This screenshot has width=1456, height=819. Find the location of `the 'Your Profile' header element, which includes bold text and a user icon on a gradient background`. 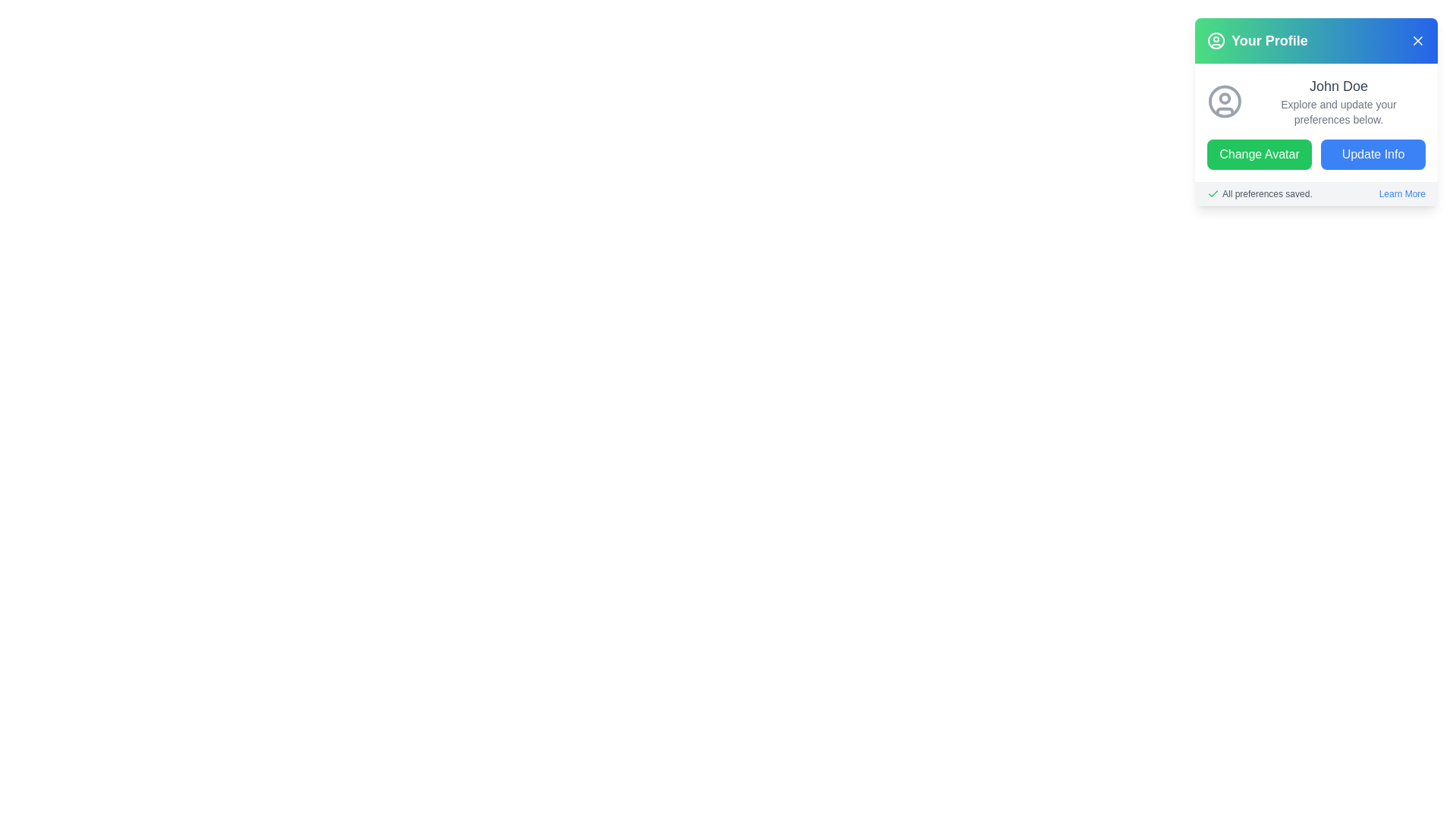

the 'Your Profile' header element, which includes bold text and a user icon on a gradient background is located at coordinates (1257, 40).